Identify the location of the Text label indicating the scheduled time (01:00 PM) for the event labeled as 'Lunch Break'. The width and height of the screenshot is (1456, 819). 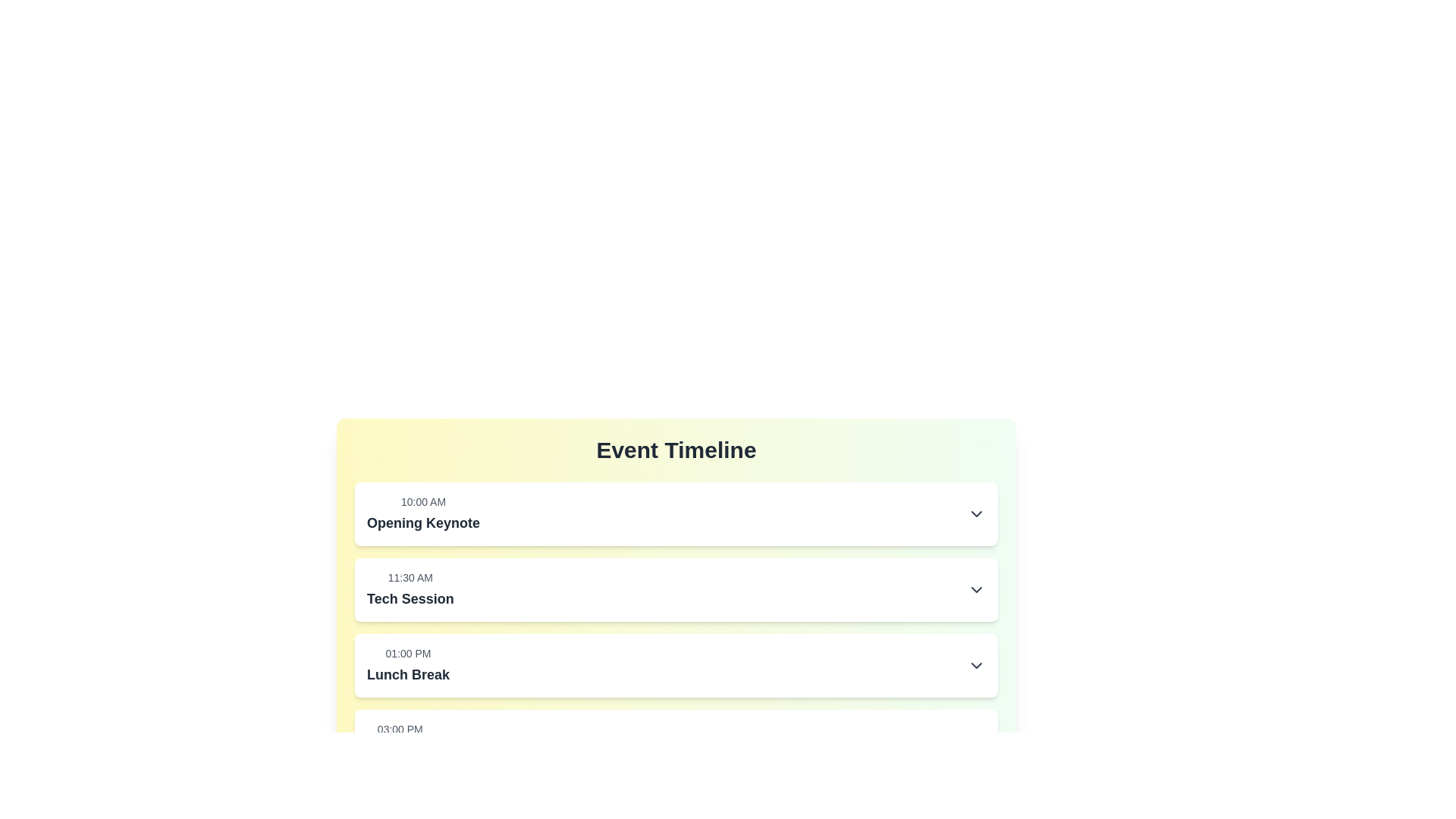
(408, 652).